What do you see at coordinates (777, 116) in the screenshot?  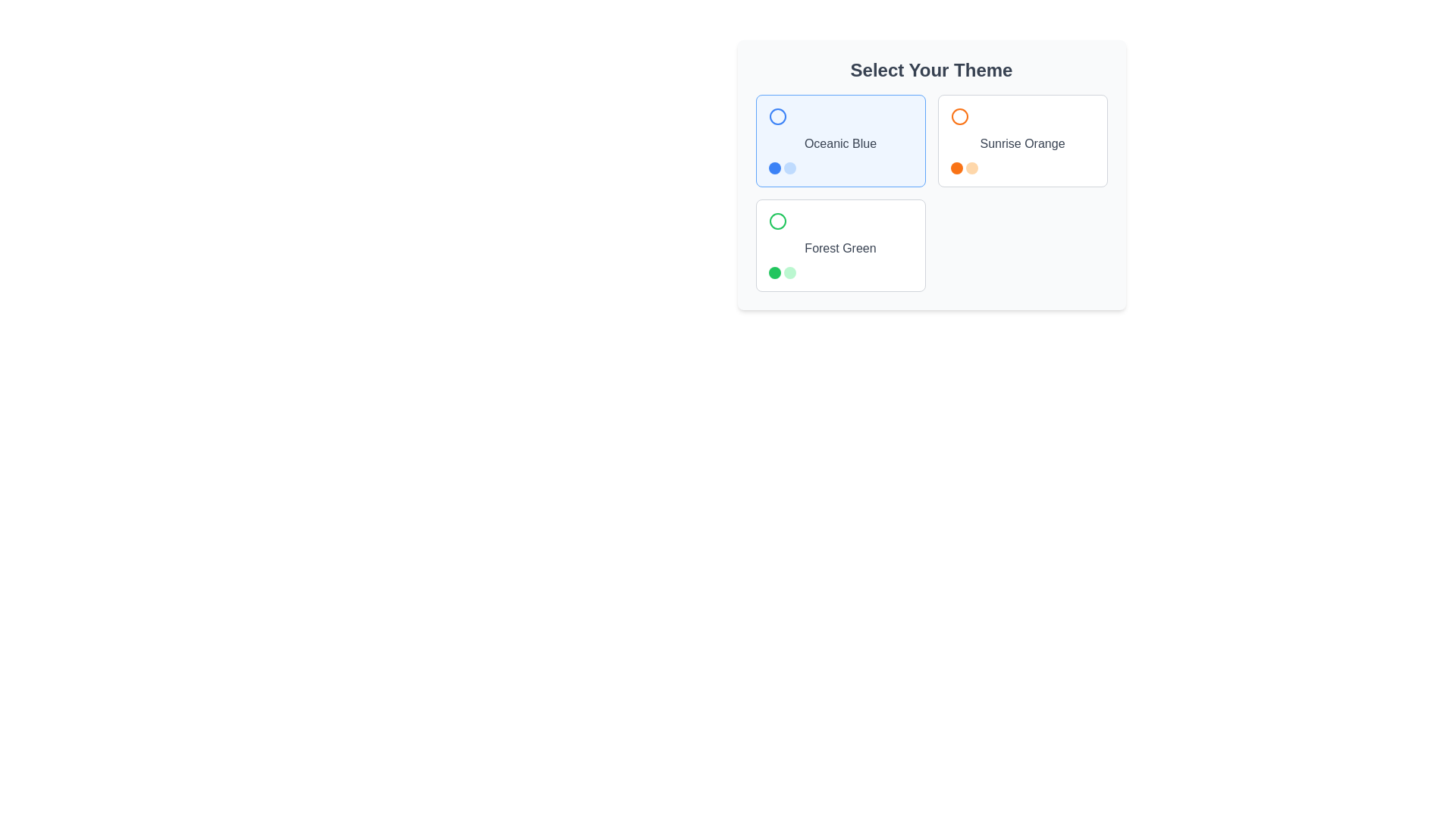 I see `the SVG circle indicating the active 'Oceanic Blue' theme option located at the top-left of the theme selection card` at bounding box center [777, 116].